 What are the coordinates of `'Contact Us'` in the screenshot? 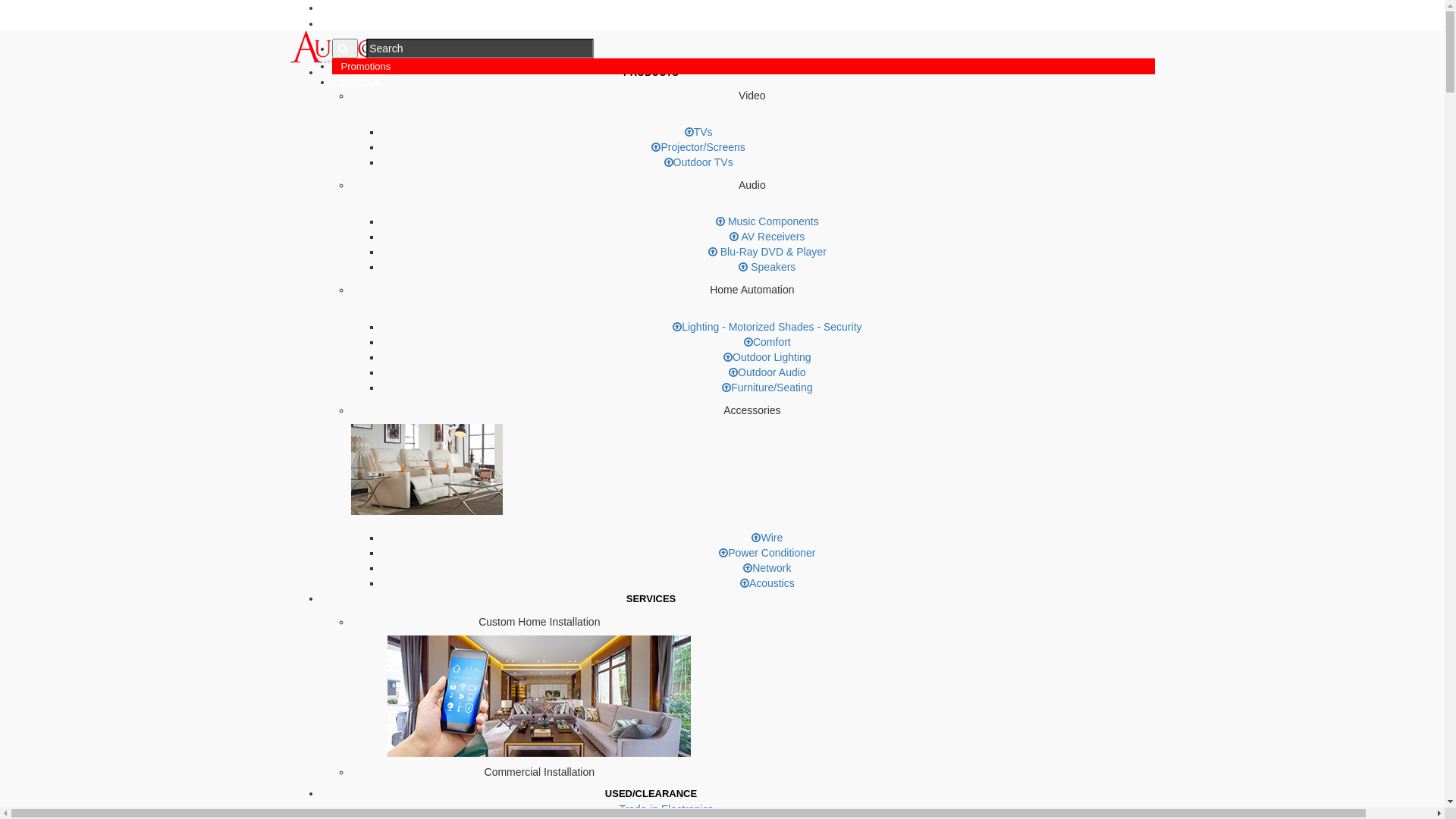 It's located at (356, 82).